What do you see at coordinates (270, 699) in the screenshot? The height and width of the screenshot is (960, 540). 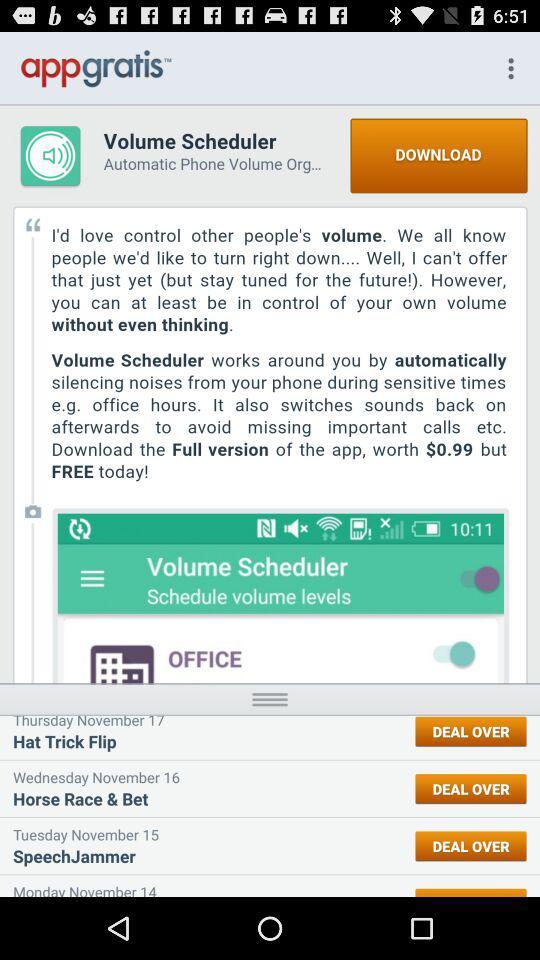 I see `more information` at bounding box center [270, 699].